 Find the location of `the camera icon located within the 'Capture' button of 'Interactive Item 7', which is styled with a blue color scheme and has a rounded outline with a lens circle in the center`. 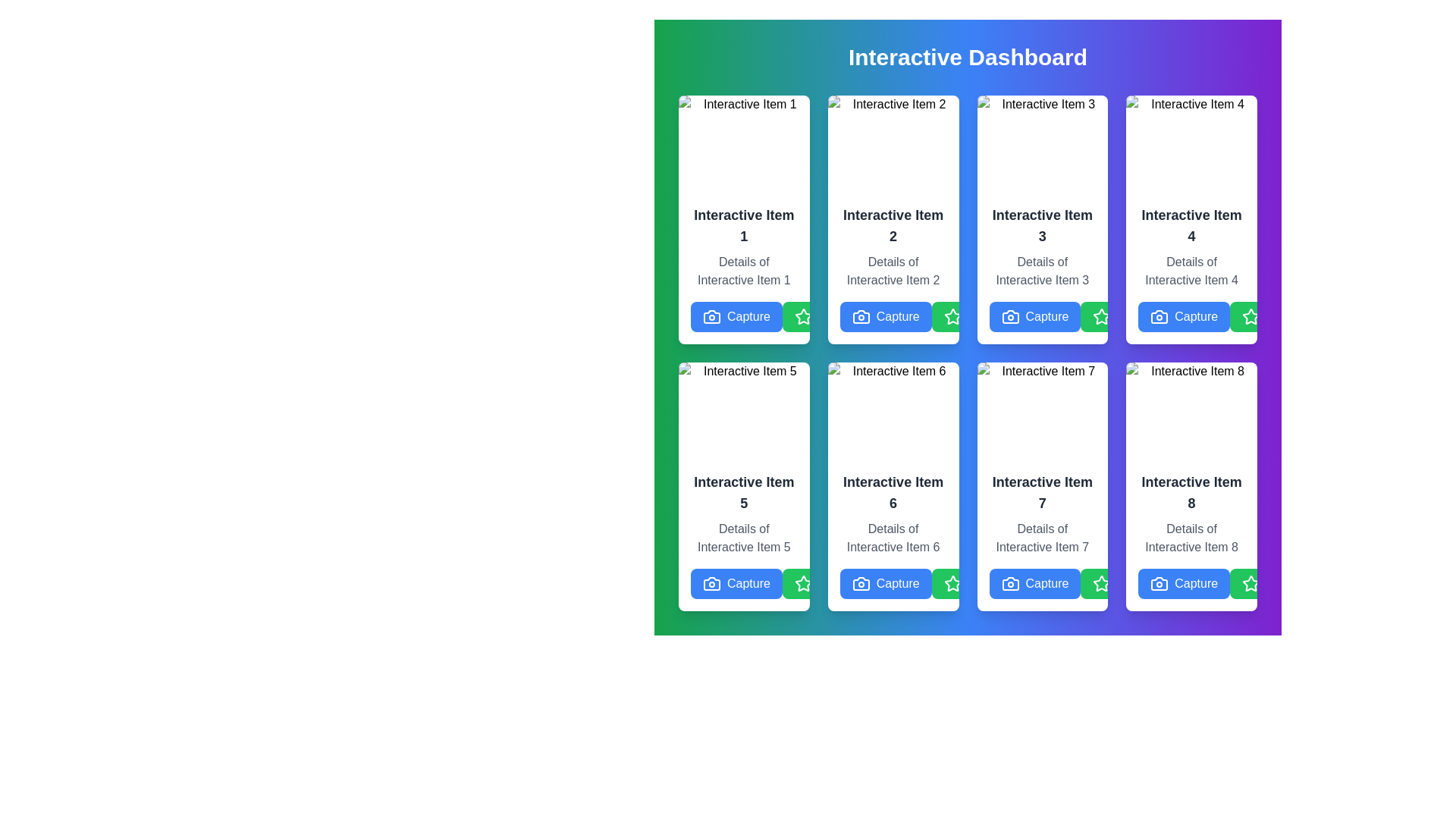

the camera icon located within the 'Capture' button of 'Interactive Item 7', which is styled with a blue color scheme and has a rounded outline with a lens circle in the center is located at coordinates (1010, 583).